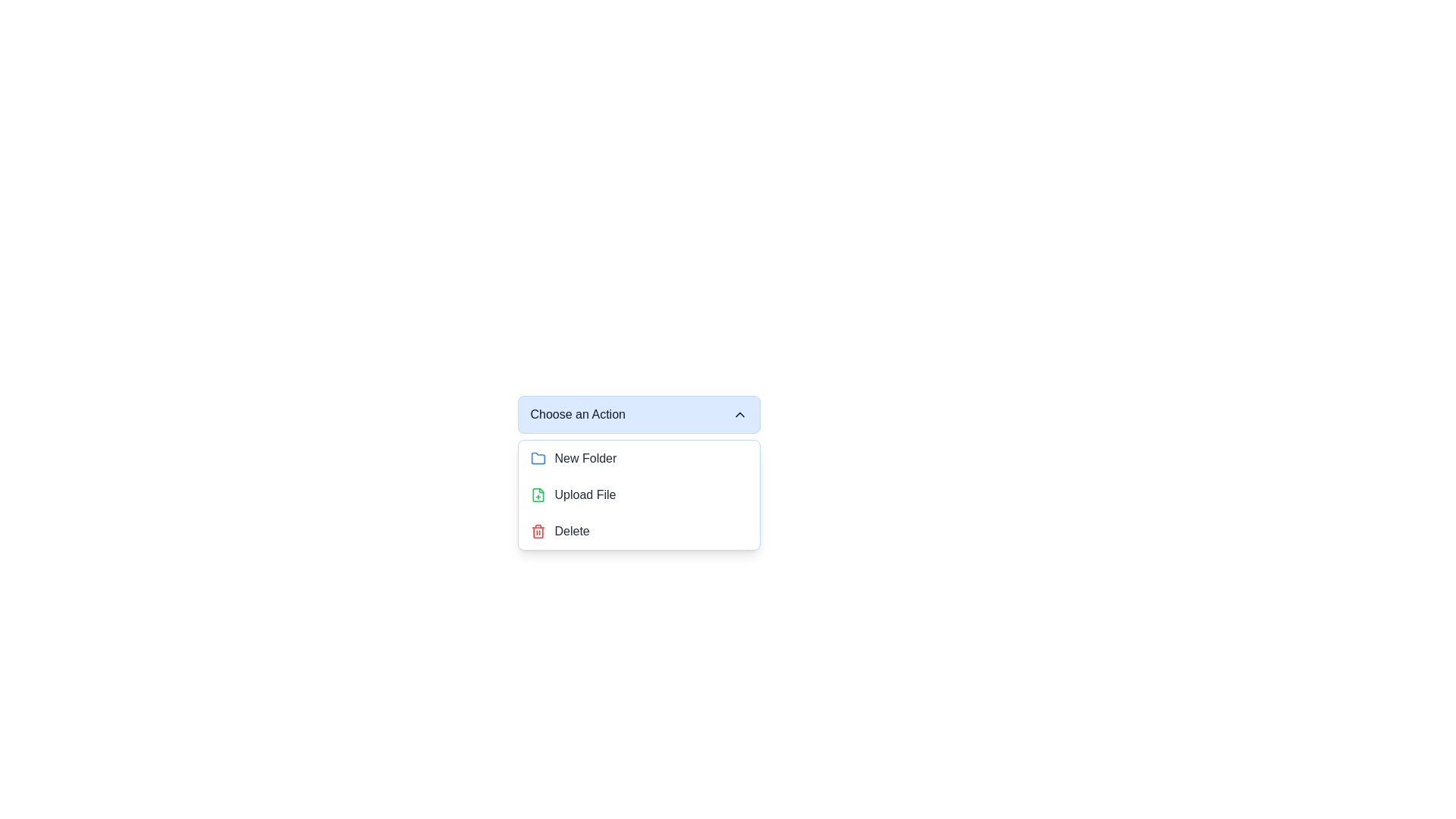  What do you see at coordinates (639, 415) in the screenshot?
I see `the dropdown menu header labeled 'Choose an Action'` at bounding box center [639, 415].